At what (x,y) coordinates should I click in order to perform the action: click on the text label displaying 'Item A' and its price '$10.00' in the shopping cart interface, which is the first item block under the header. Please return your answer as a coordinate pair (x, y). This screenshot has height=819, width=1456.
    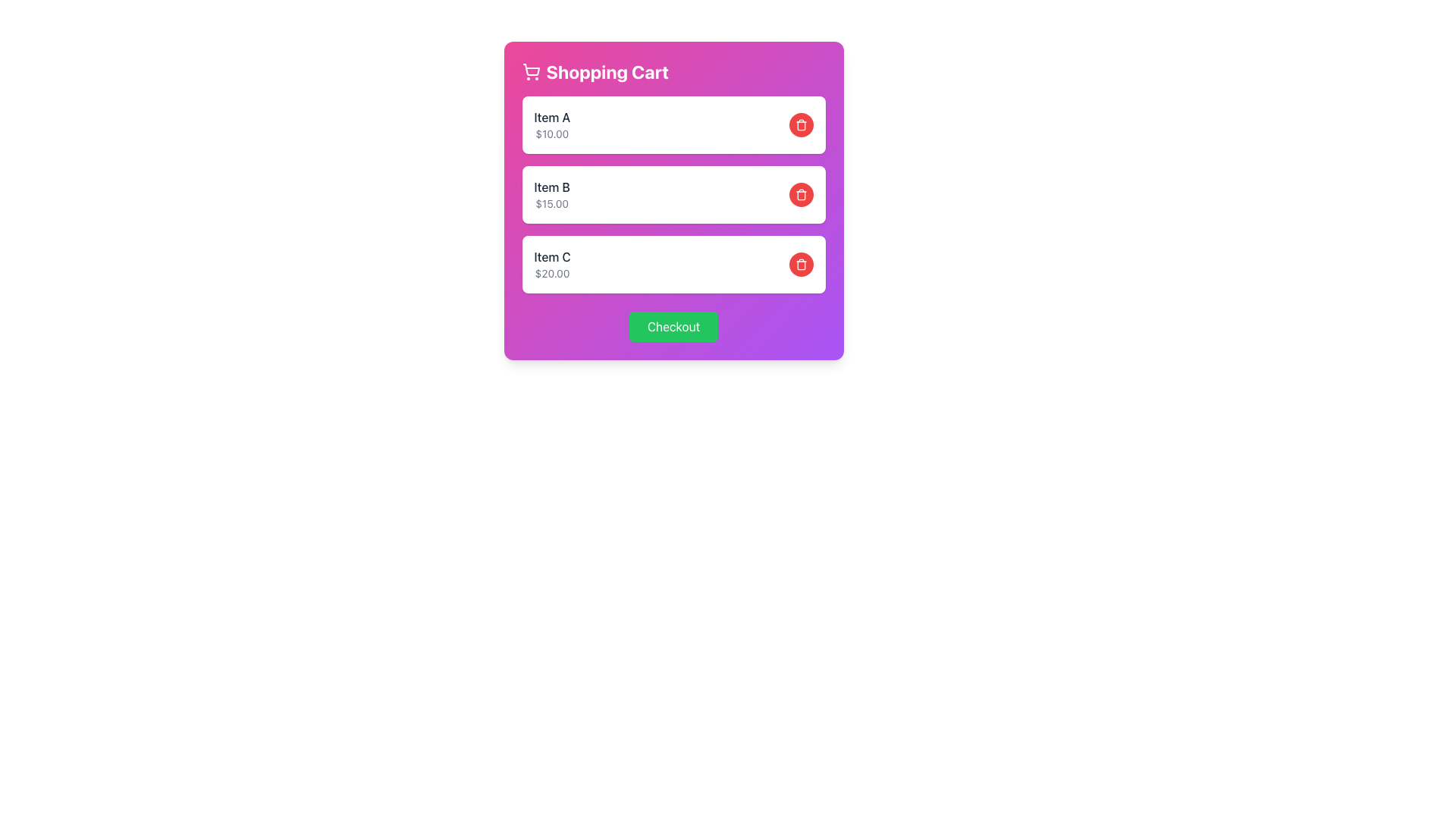
    Looking at the image, I should click on (551, 124).